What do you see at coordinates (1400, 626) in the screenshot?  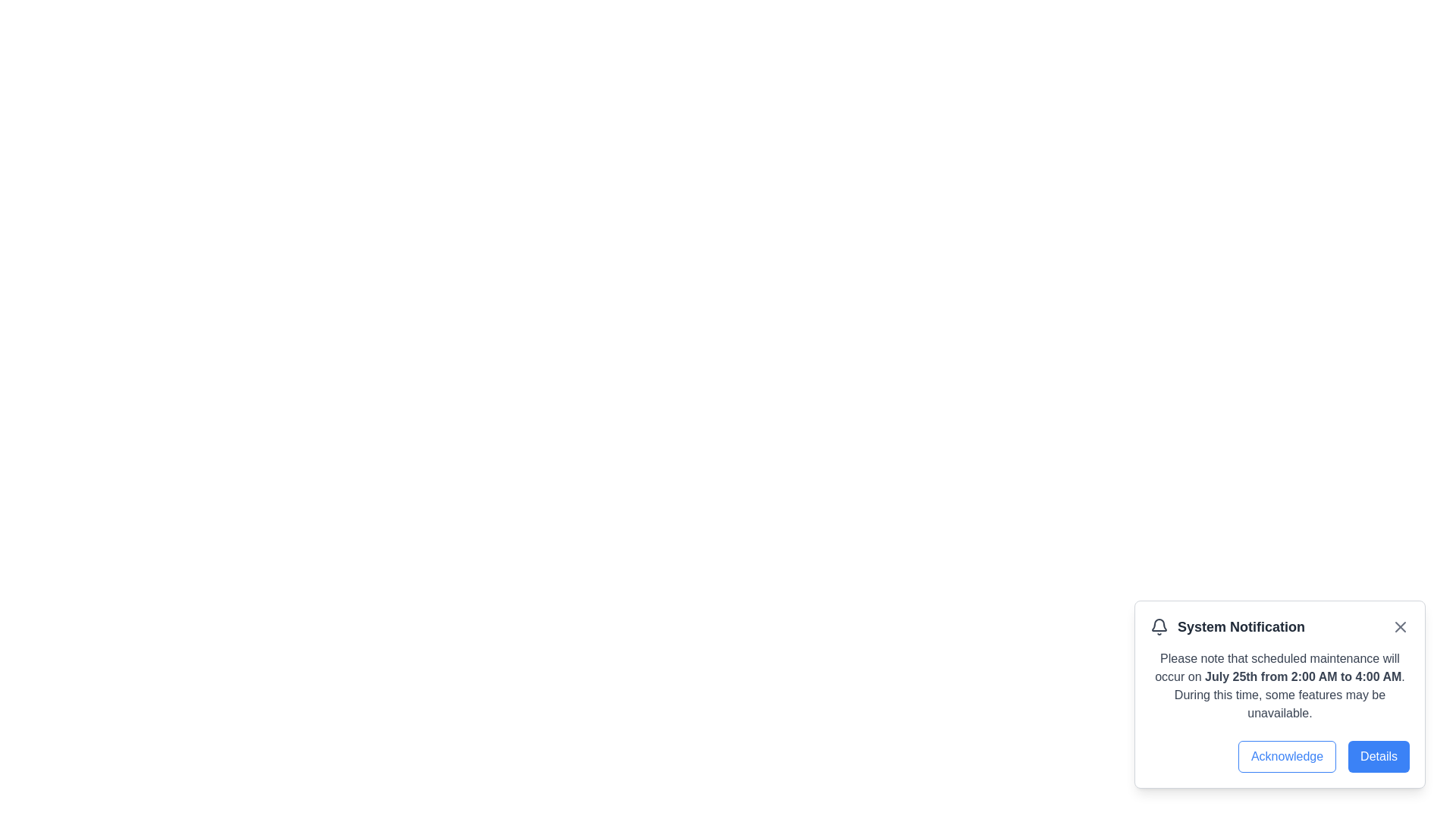 I see `the interactive button represented by an 'X' character at the top-right corner of the notification modal to change its color` at bounding box center [1400, 626].